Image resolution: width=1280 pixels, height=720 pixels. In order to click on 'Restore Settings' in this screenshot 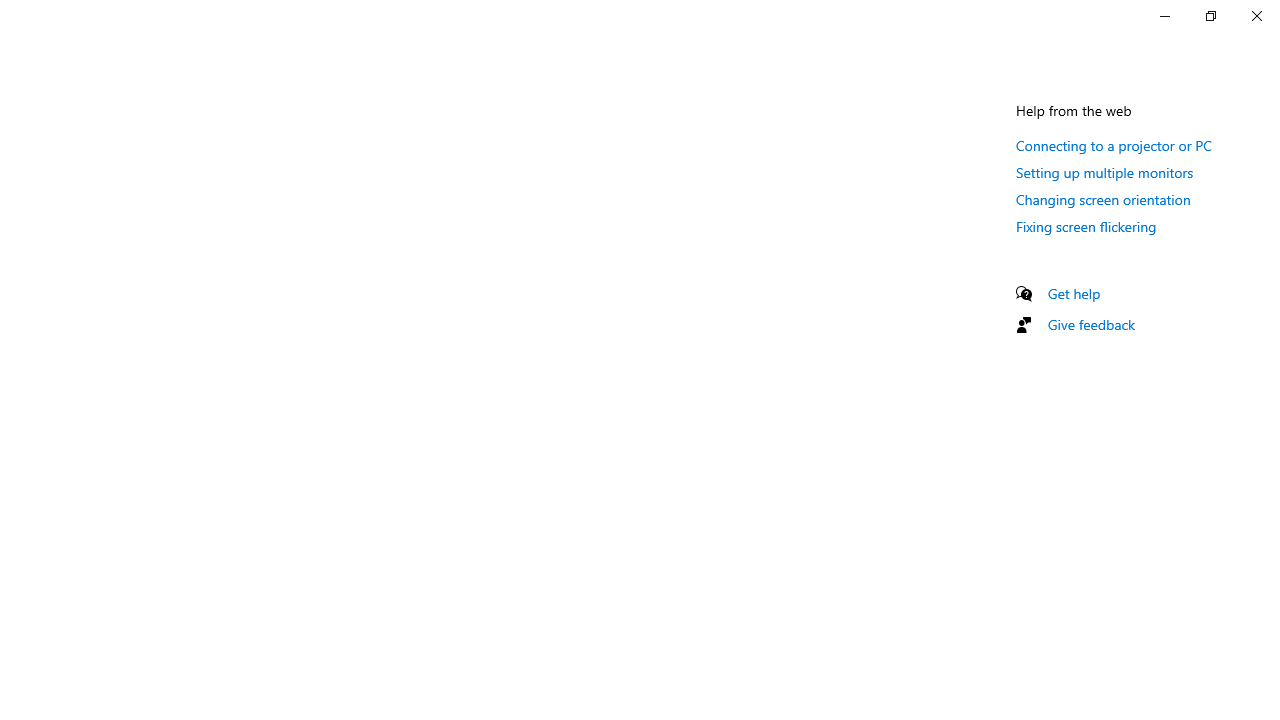, I will do `click(1209, 15)`.